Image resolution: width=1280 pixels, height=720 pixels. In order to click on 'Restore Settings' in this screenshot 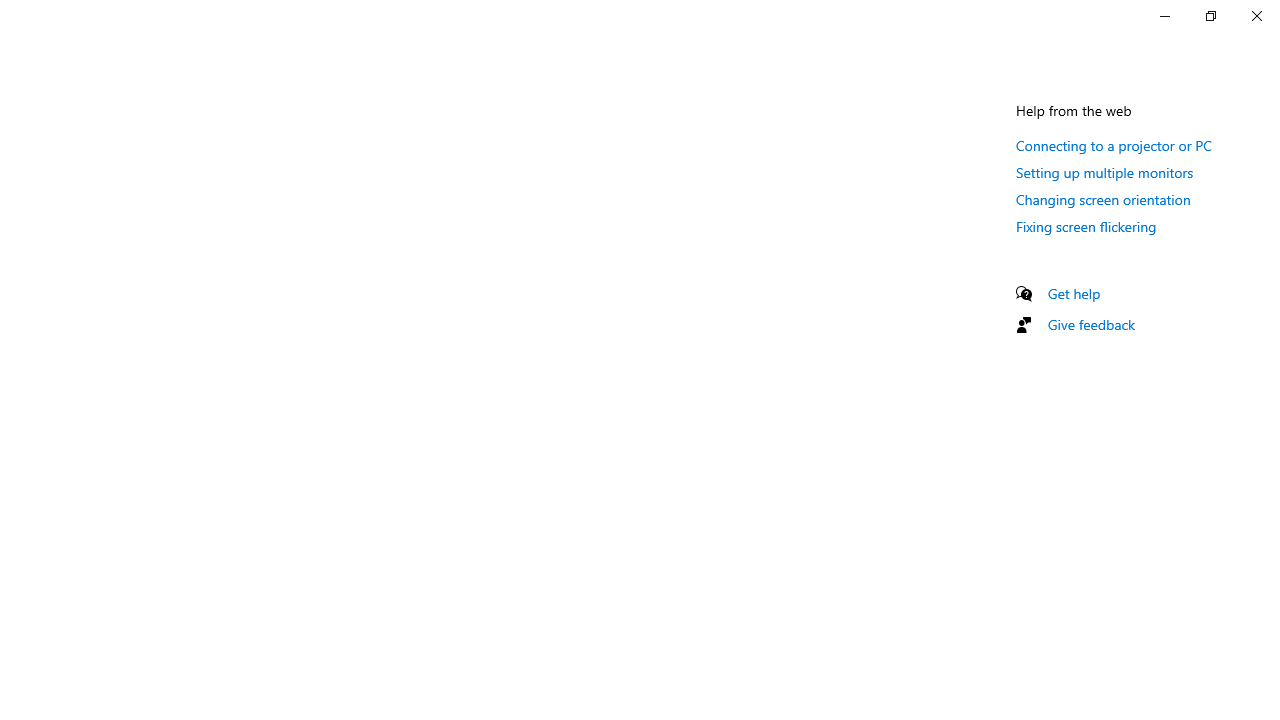, I will do `click(1209, 15)`.